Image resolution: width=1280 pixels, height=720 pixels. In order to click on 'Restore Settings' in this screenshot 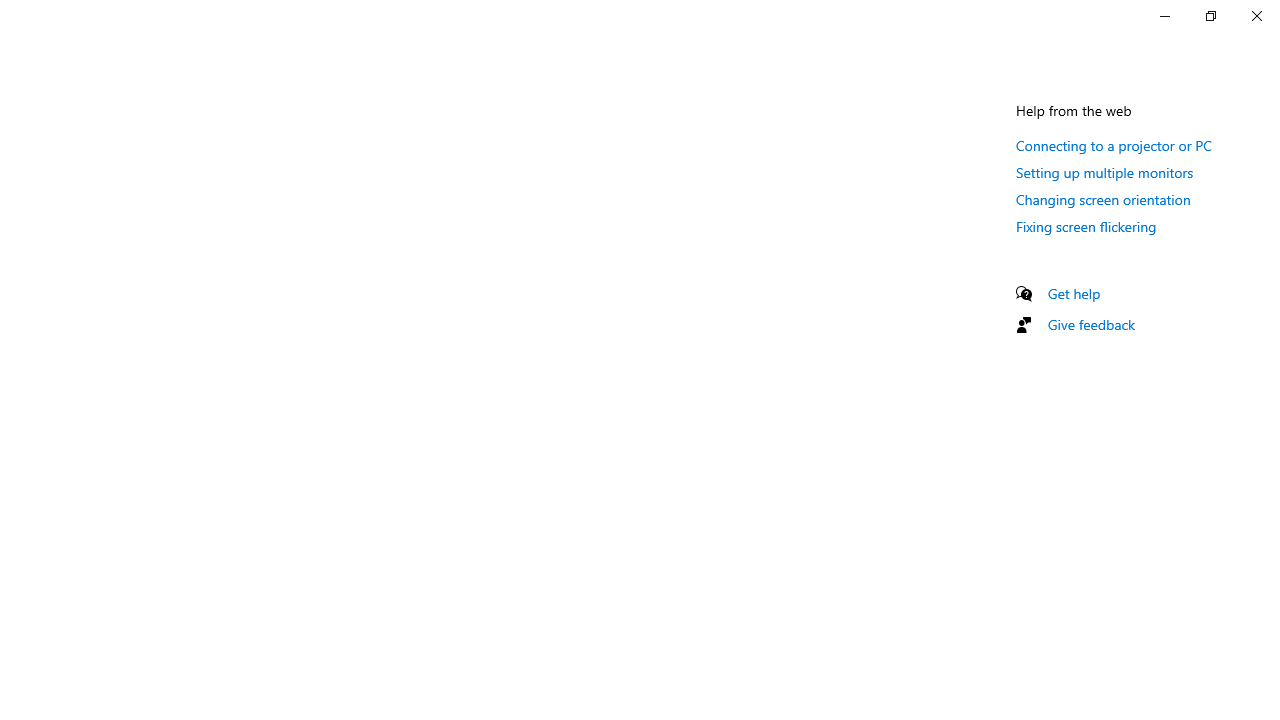, I will do `click(1209, 15)`.